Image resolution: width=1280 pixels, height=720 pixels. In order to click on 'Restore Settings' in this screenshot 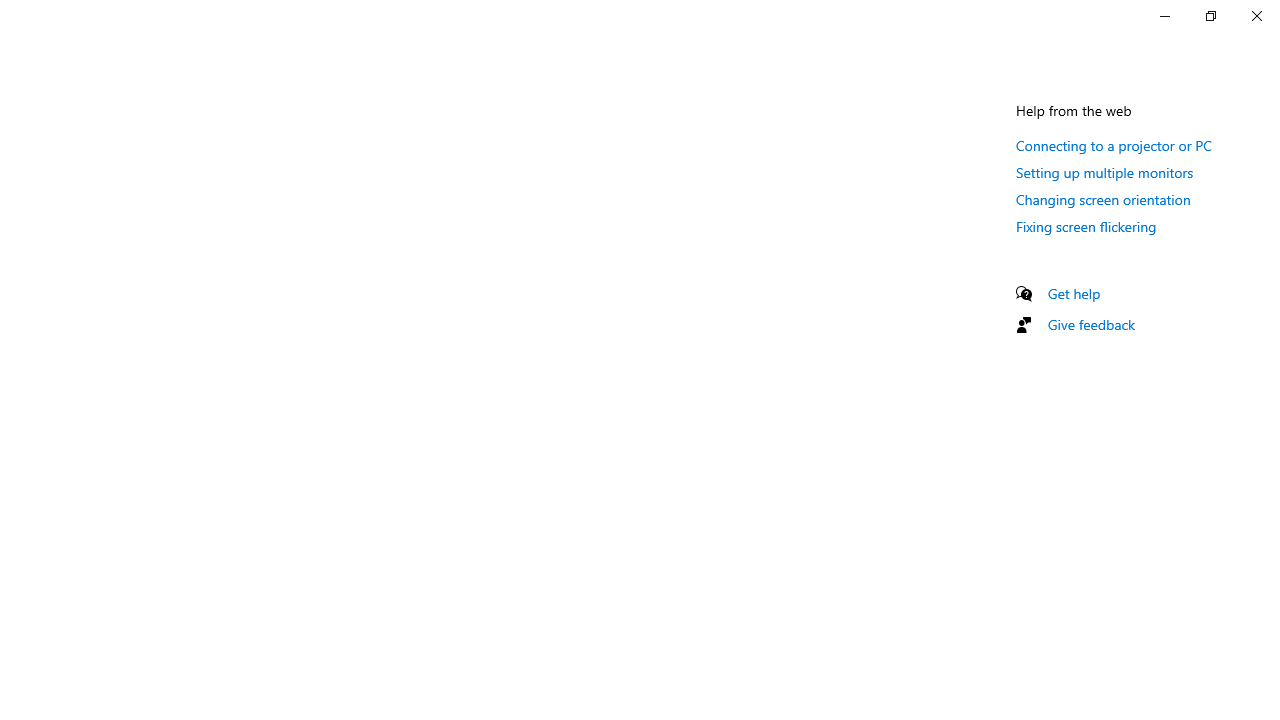, I will do `click(1209, 15)`.